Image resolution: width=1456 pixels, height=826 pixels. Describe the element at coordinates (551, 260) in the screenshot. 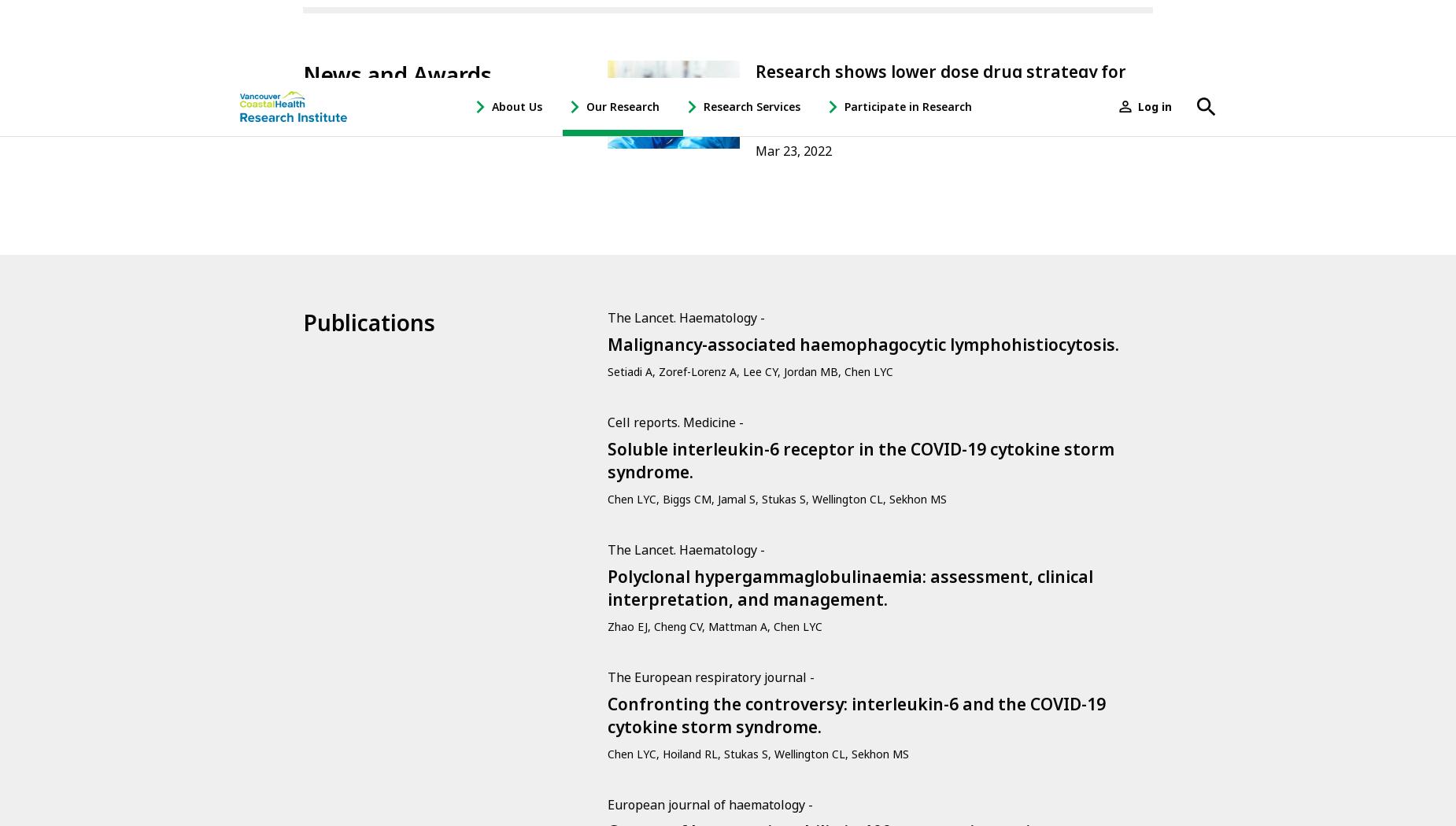

I see `'Create New Profile'` at that location.